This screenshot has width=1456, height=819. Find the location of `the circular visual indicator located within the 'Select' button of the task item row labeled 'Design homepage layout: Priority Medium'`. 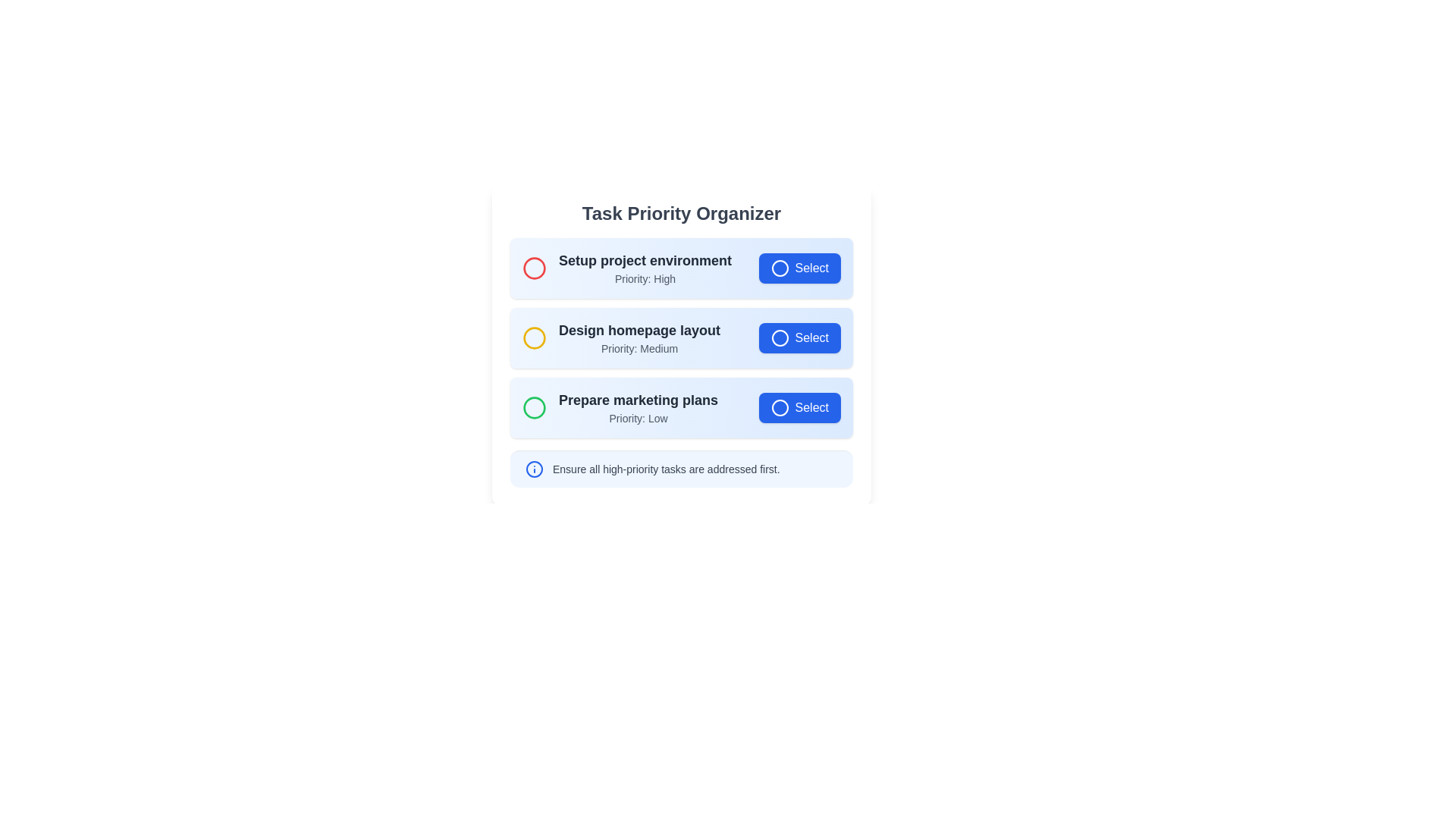

the circular visual indicator located within the 'Select' button of the task item row labeled 'Design homepage layout: Priority Medium' is located at coordinates (780, 337).